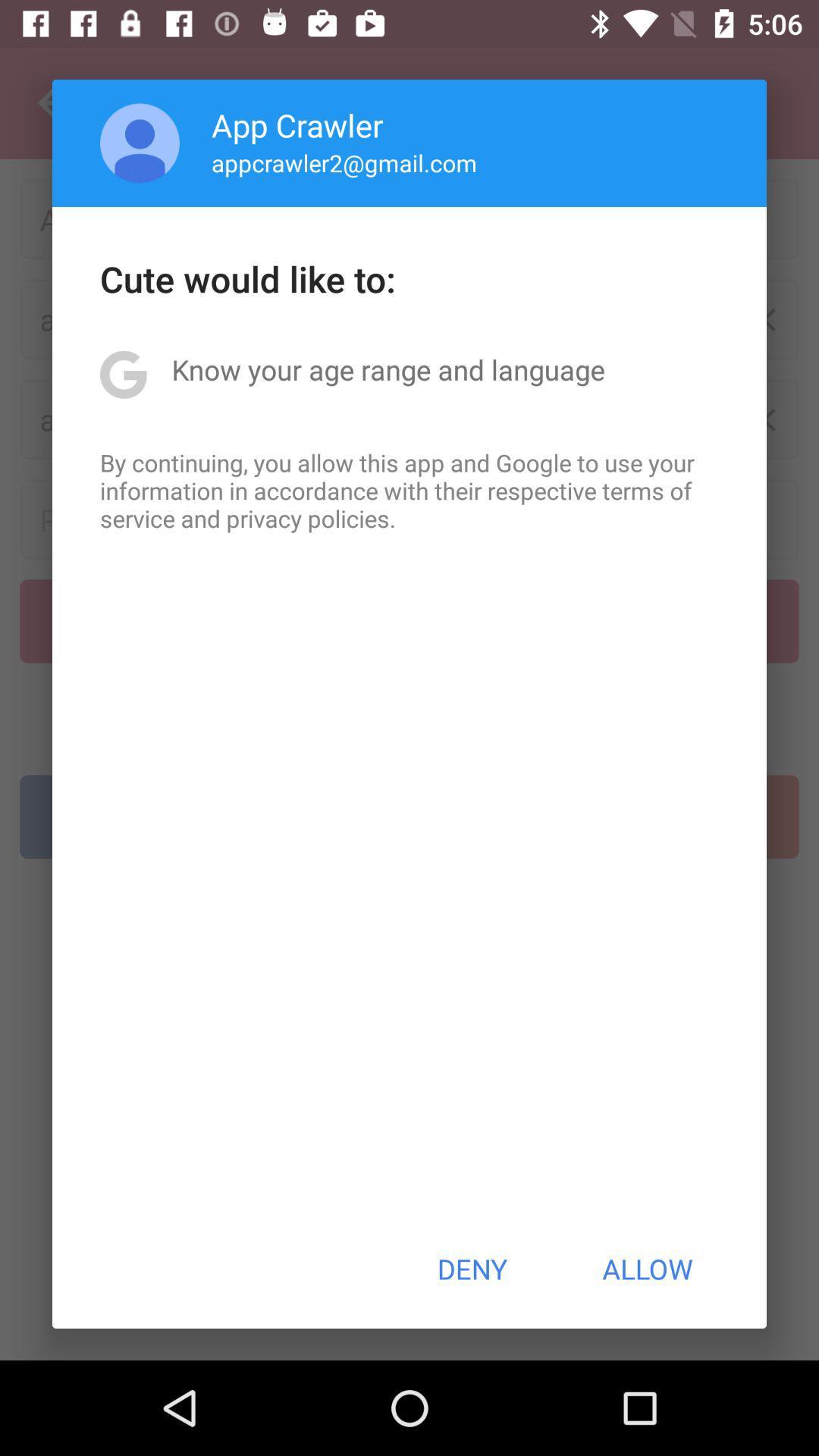 The image size is (819, 1456). I want to click on item above cute would like item, so click(140, 143).